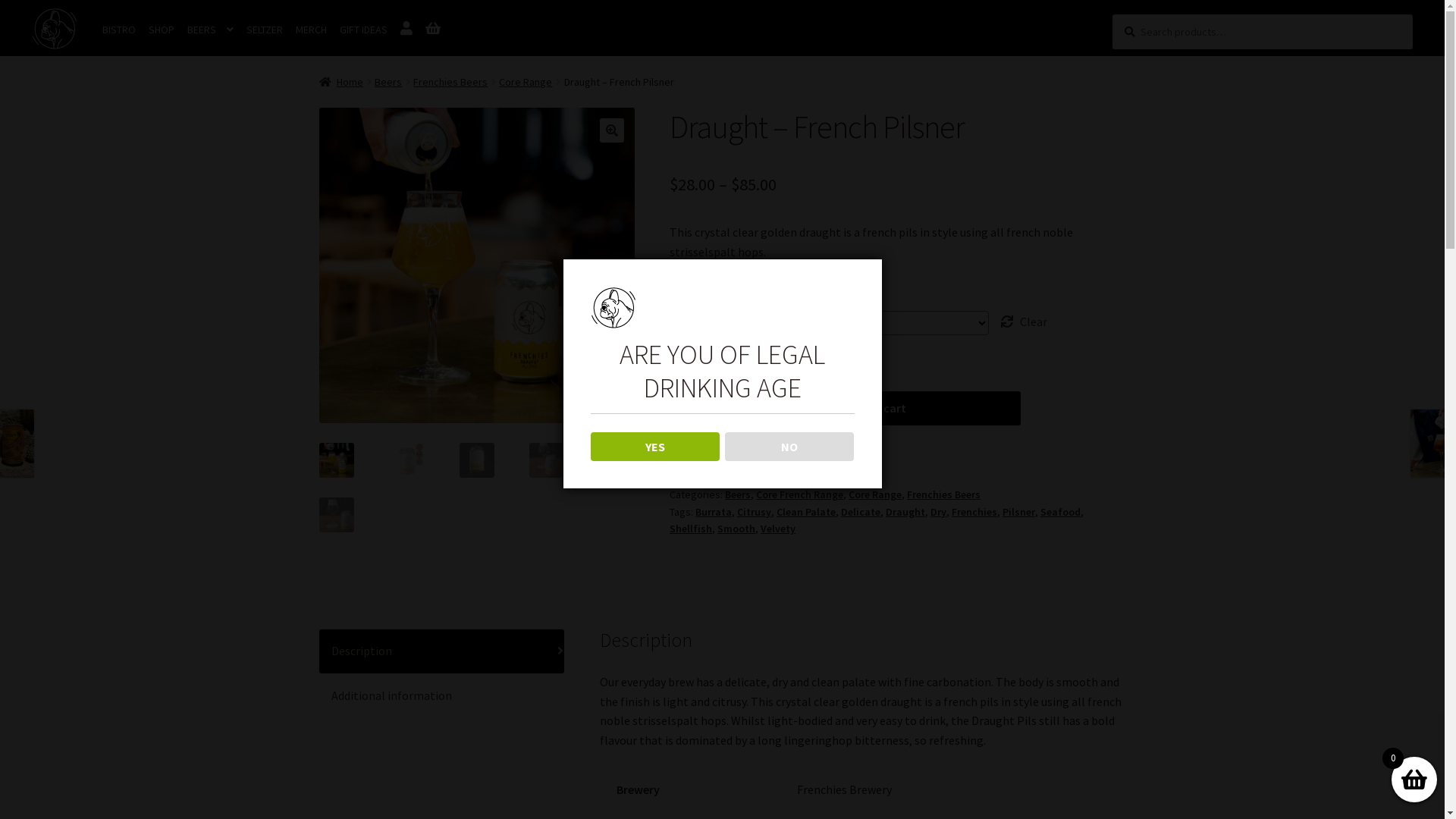  What do you see at coordinates (1018, 512) in the screenshot?
I see `'Pilsner'` at bounding box center [1018, 512].